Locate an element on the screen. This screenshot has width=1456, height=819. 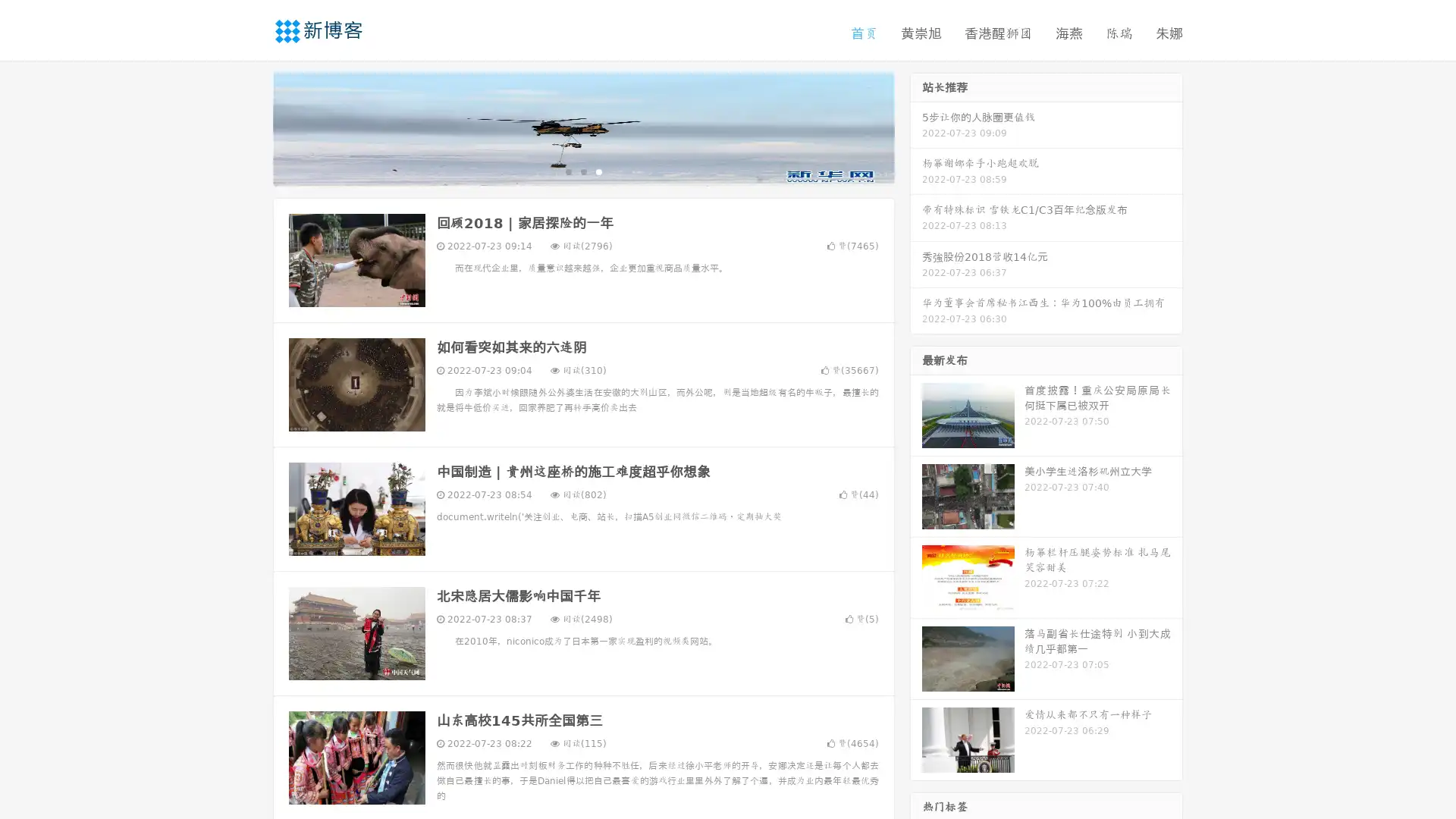
Previous slide is located at coordinates (250, 127).